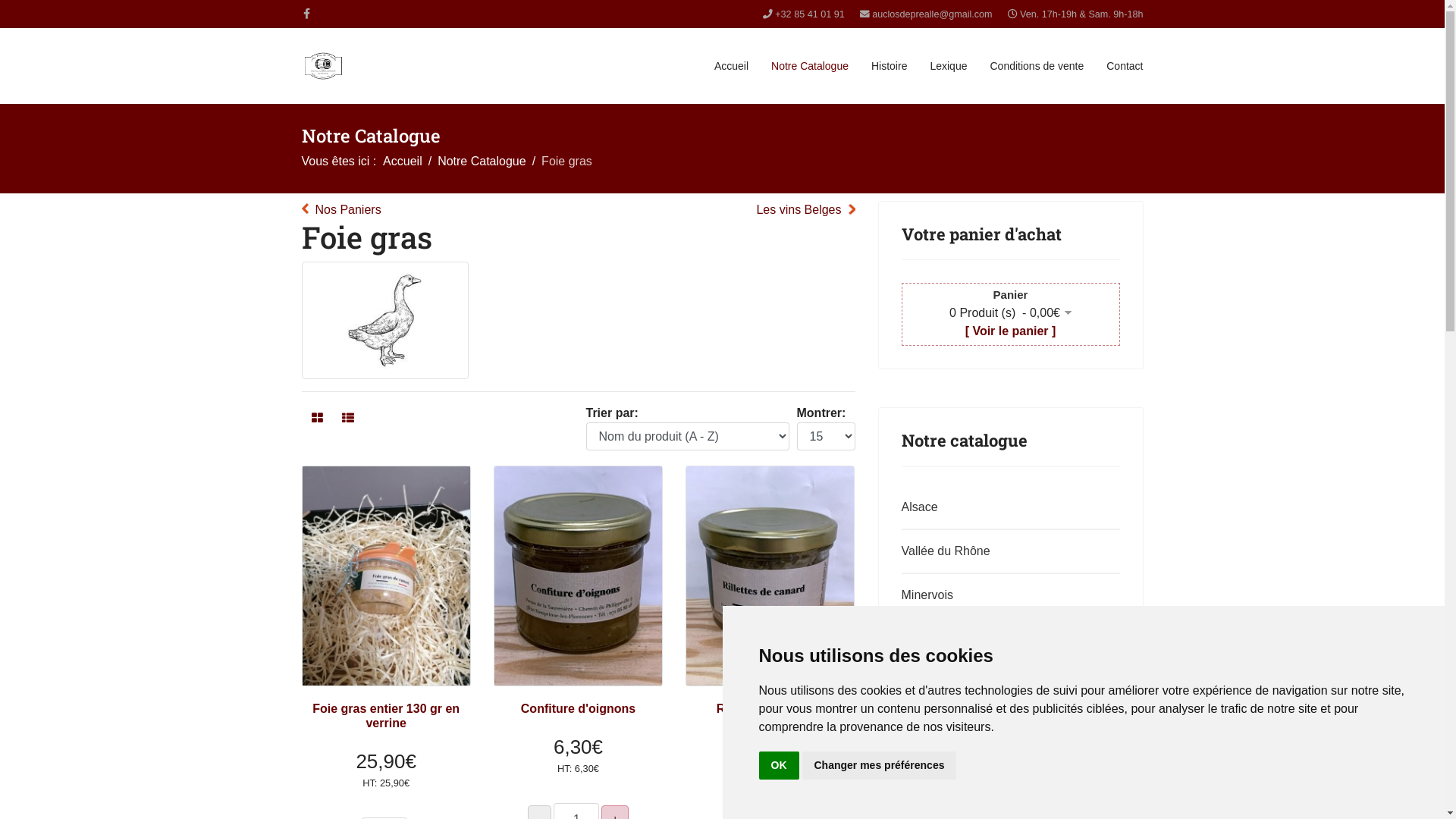 The image size is (1456, 819). What do you see at coordinates (930, 14) in the screenshot?
I see `'auclosdeprealle@gmail.com'` at bounding box center [930, 14].